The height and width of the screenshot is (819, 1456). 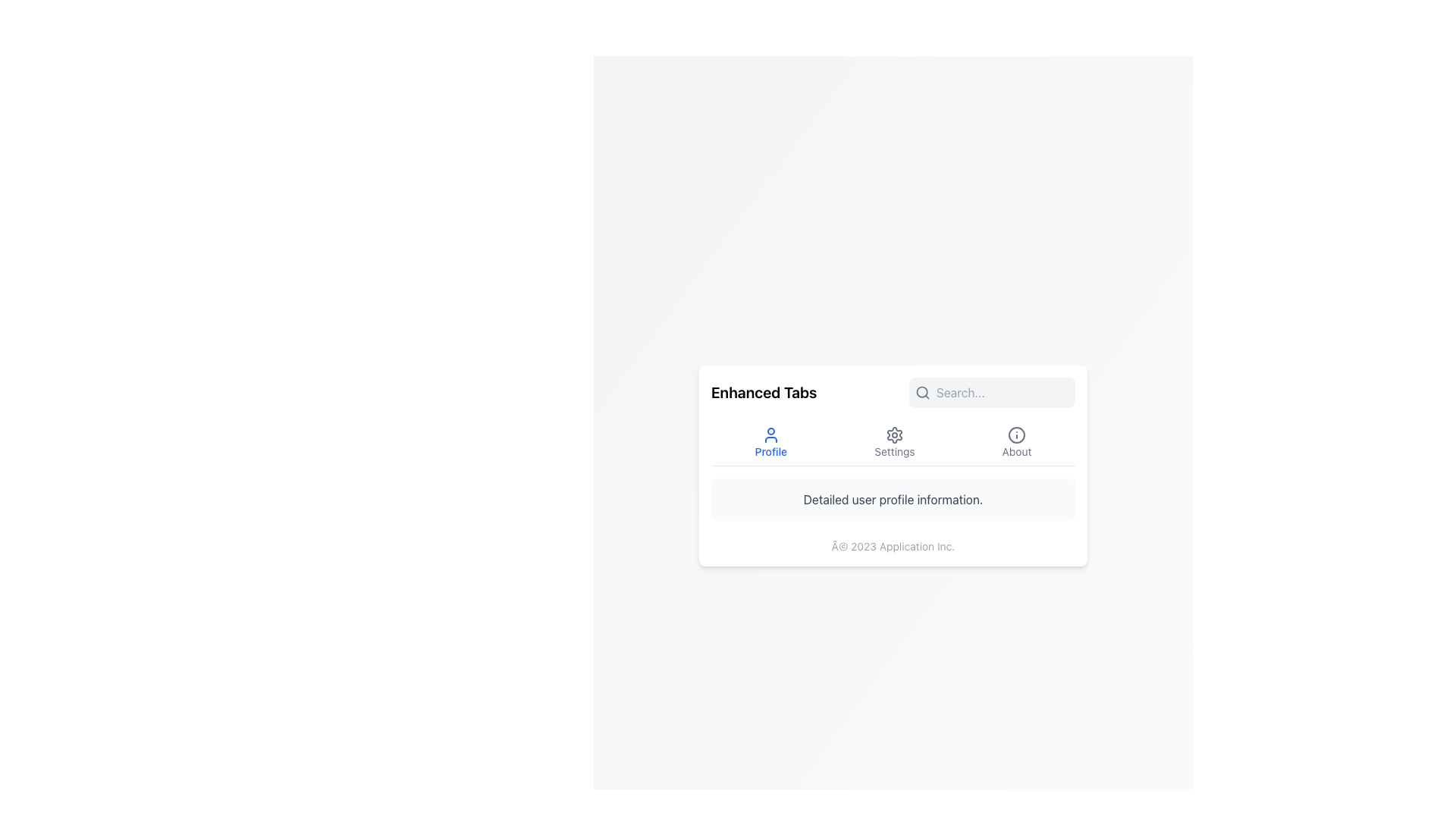 I want to click on the search icon, which is a gray magnifying glass graphic located at the top-right corner of the main interface, to the left of the search input field, so click(x=922, y=391).